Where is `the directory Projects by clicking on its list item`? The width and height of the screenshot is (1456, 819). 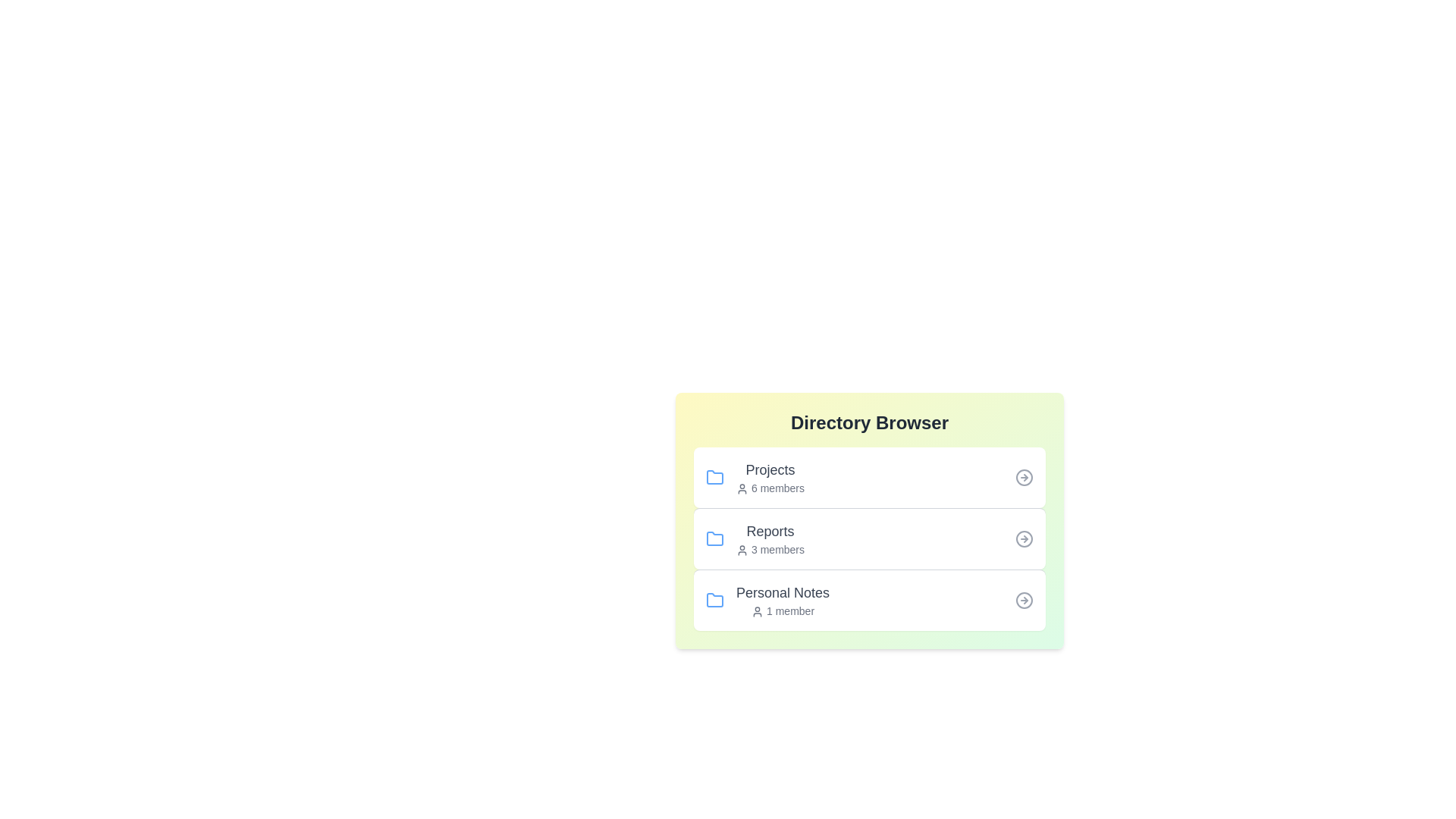 the directory Projects by clicking on its list item is located at coordinates (870, 476).